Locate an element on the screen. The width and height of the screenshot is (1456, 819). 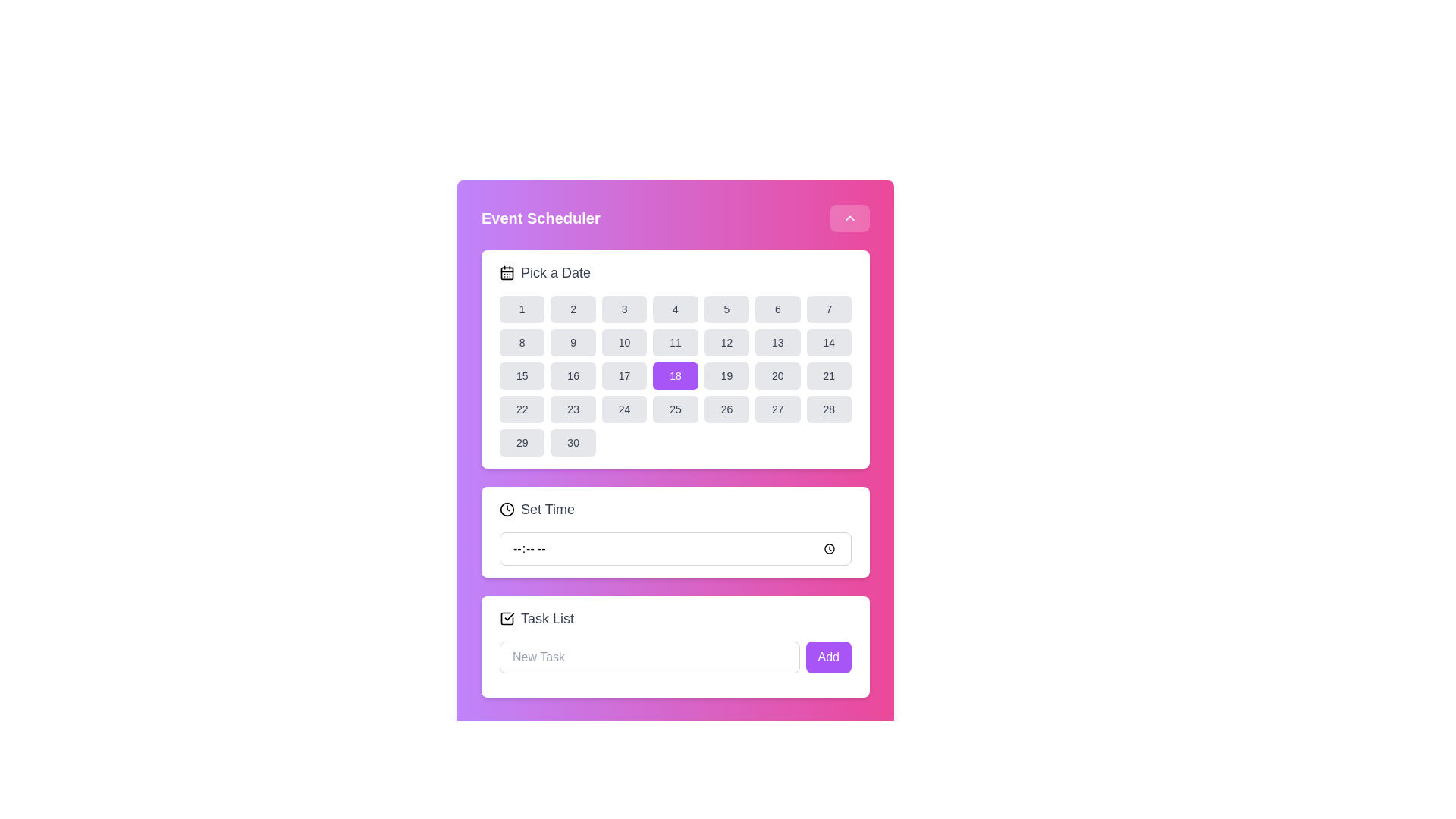
the interactive button for selecting the day number '3' in the date picker of the 'Event Scheduler' calendar interface is located at coordinates (624, 309).